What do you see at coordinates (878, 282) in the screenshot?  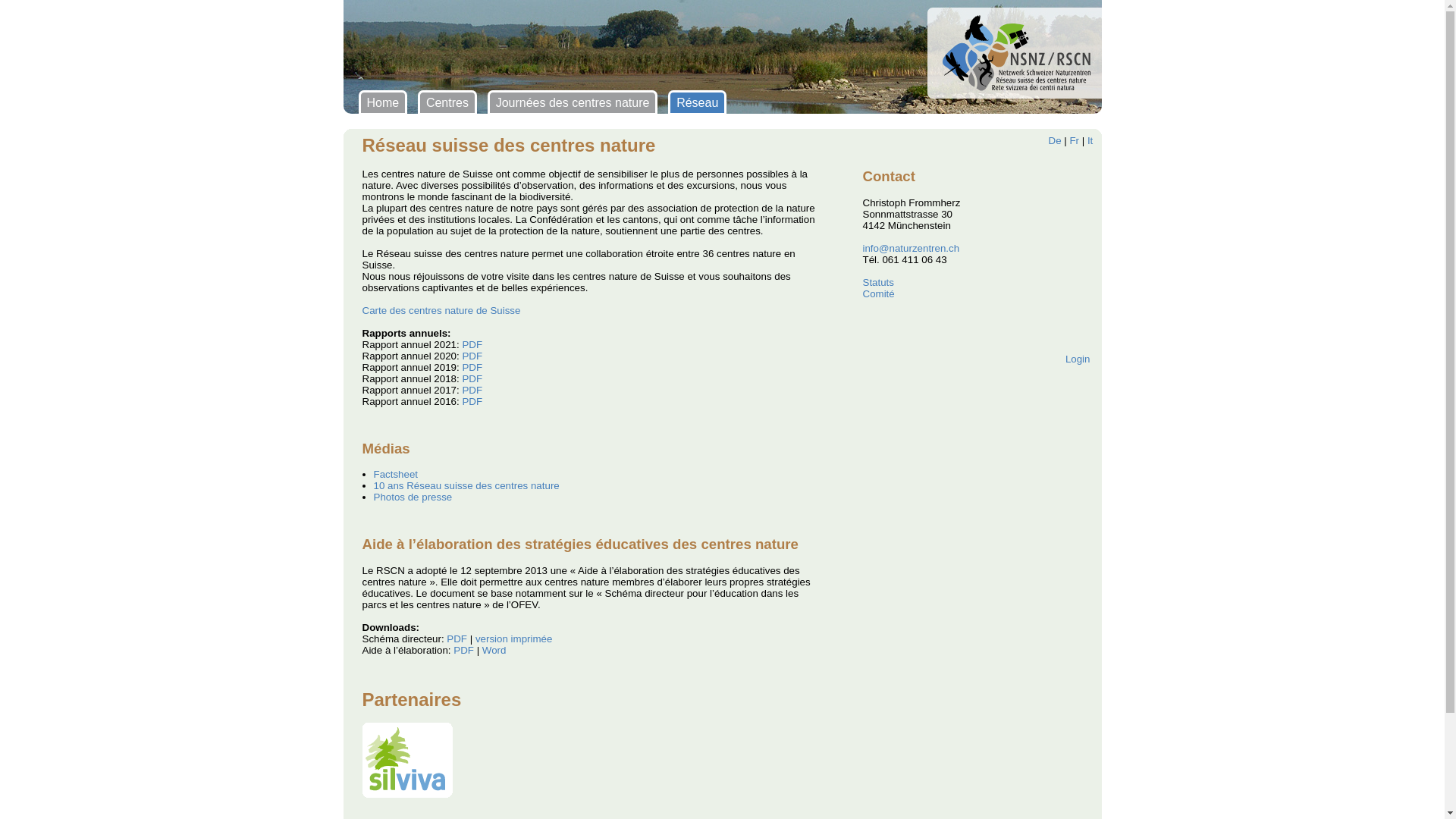 I see `'Statuts'` at bounding box center [878, 282].